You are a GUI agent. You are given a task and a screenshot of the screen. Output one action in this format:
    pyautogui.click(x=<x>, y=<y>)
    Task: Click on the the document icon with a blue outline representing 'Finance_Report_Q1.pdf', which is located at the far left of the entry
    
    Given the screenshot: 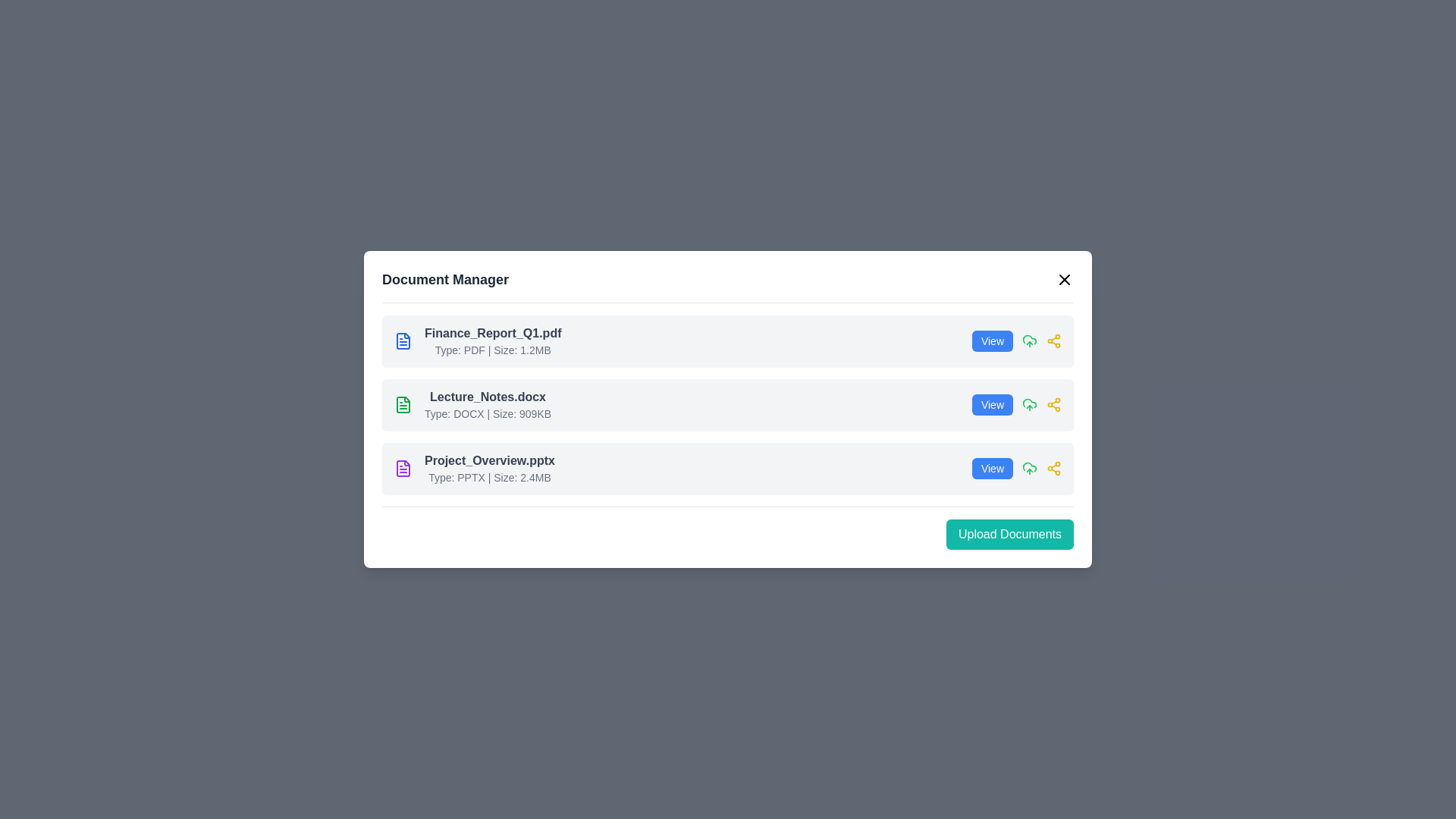 What is the action you would take?
    pyautogui.click(x=403, y=341)
    